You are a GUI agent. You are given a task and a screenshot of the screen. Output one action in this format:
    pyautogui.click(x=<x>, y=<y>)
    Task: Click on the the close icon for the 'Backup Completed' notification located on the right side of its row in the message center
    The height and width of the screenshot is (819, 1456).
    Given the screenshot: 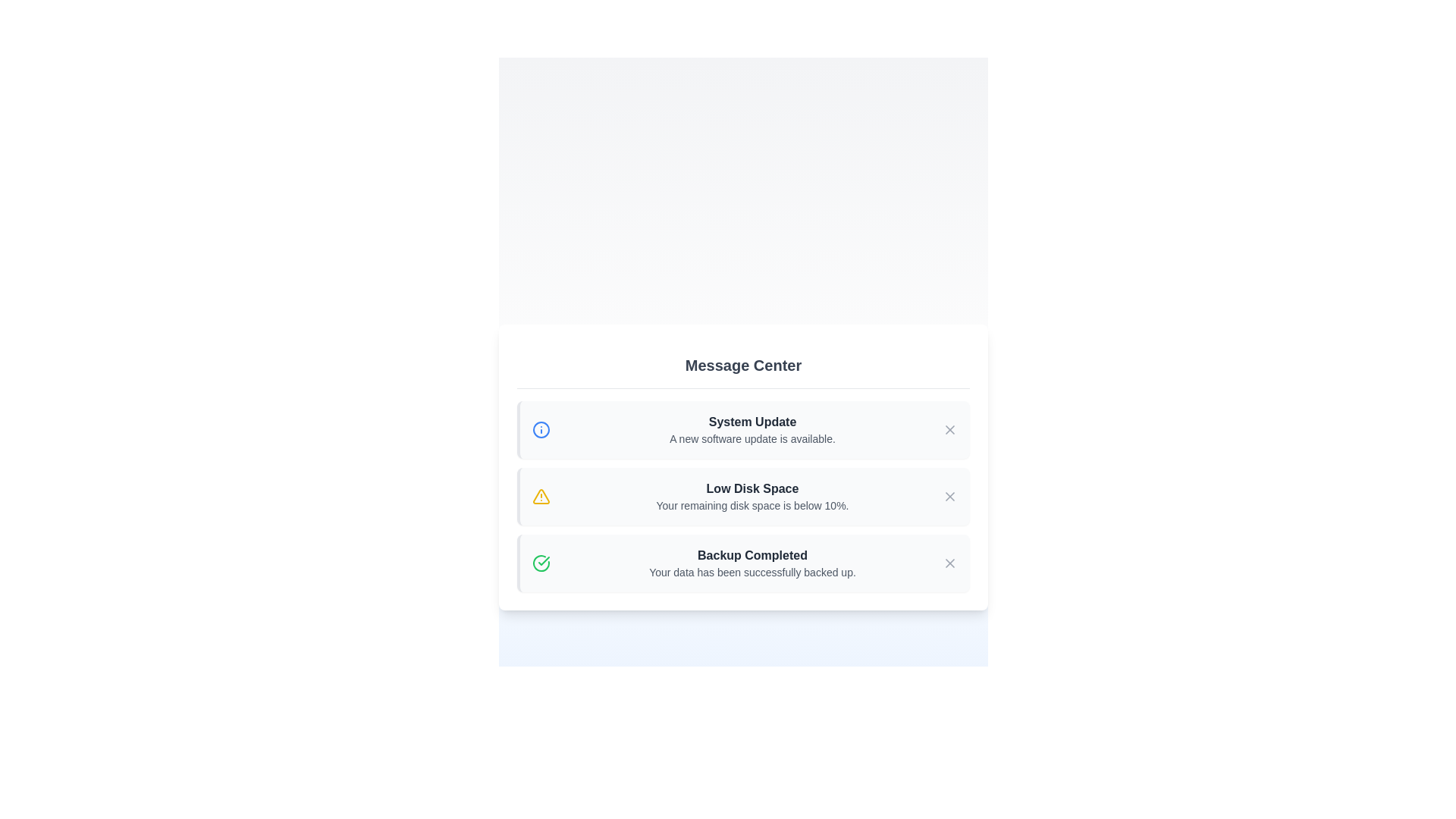 What is the action you would take?
    pyautogui.click(x=949, y=562)
    